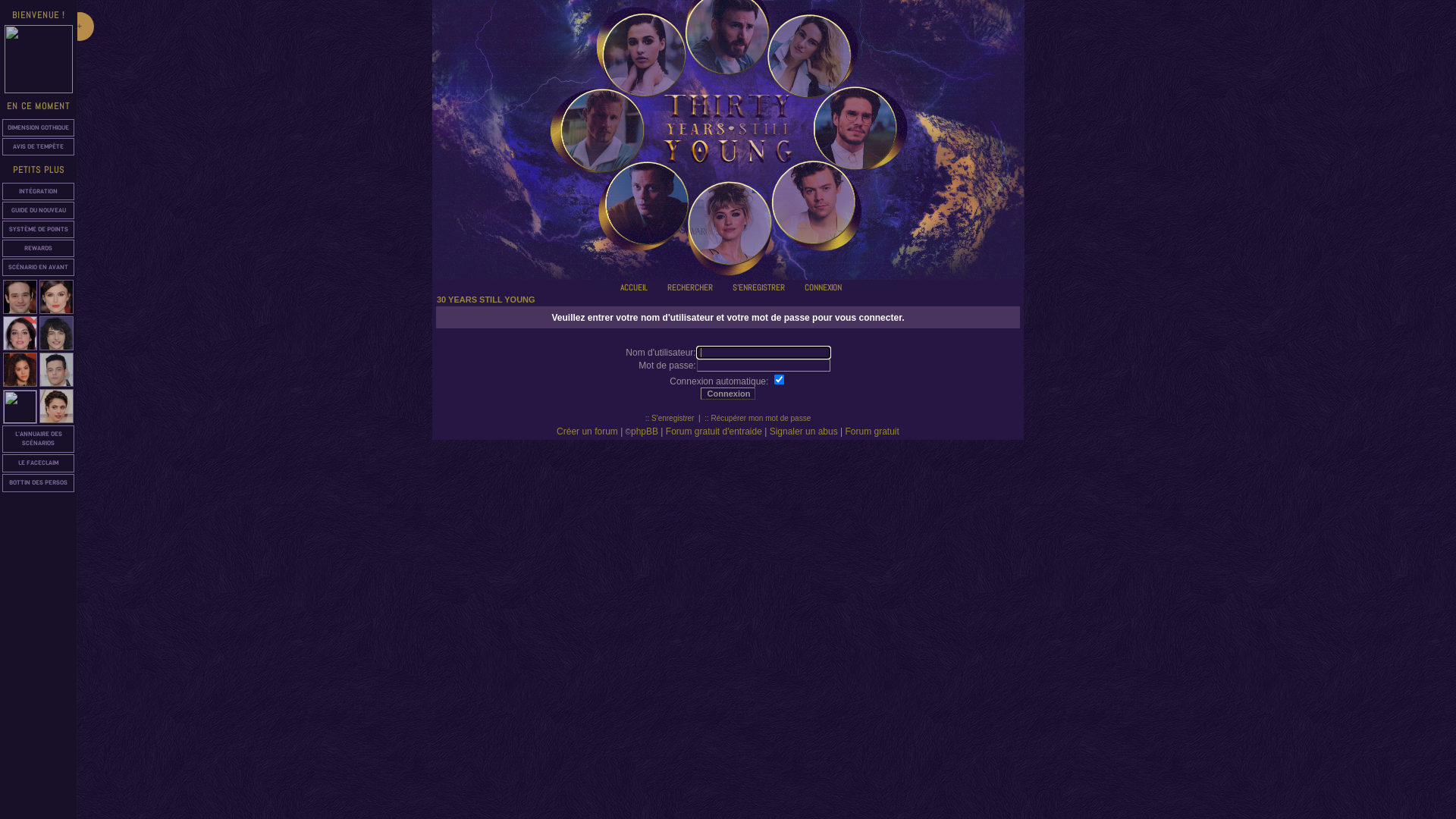  What do you see at coordinates (630, 431) in the screenshot?
I see `'phpBB'` at bounding box center [630, 431].